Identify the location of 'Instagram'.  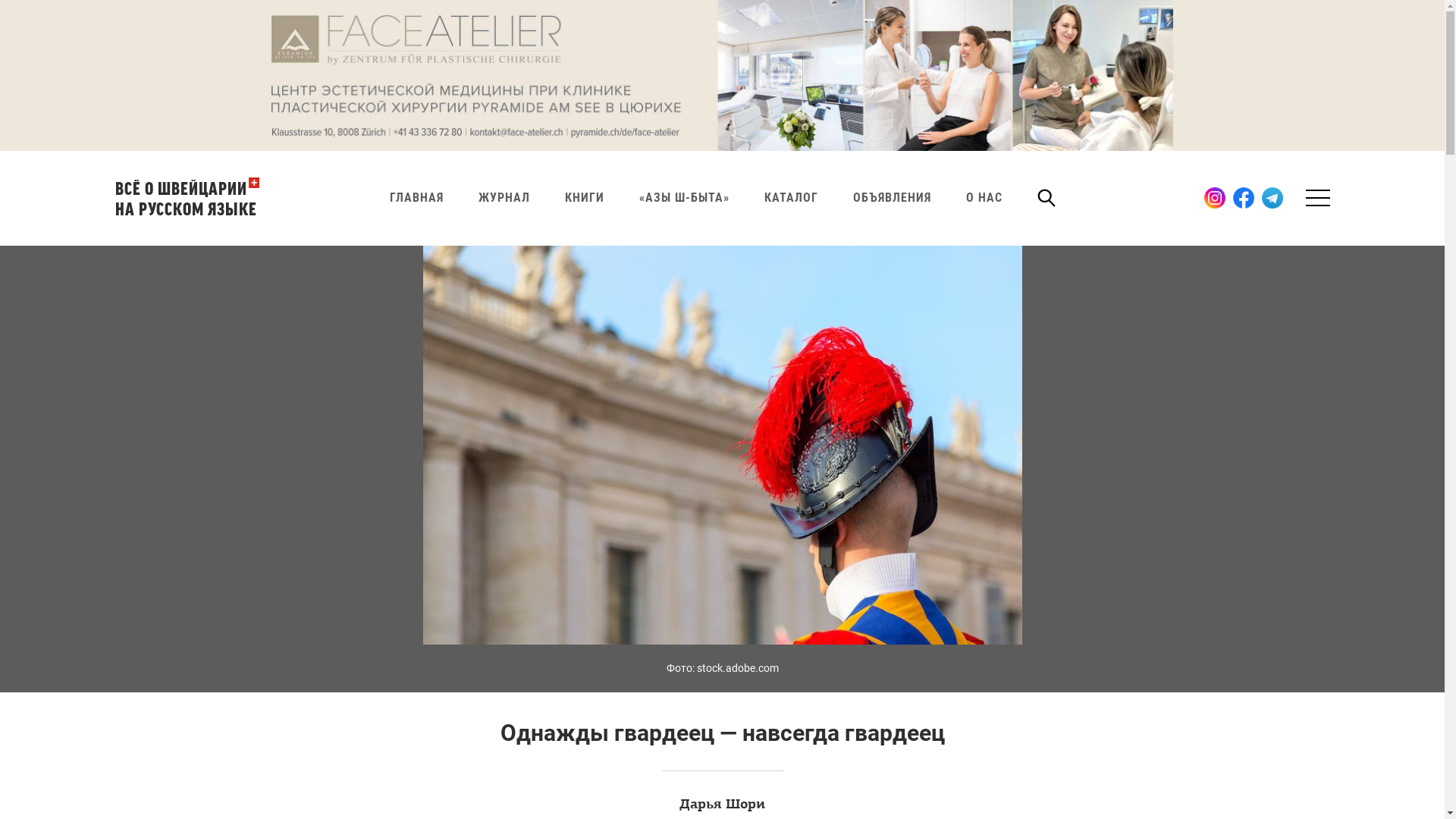
(1203, 197).